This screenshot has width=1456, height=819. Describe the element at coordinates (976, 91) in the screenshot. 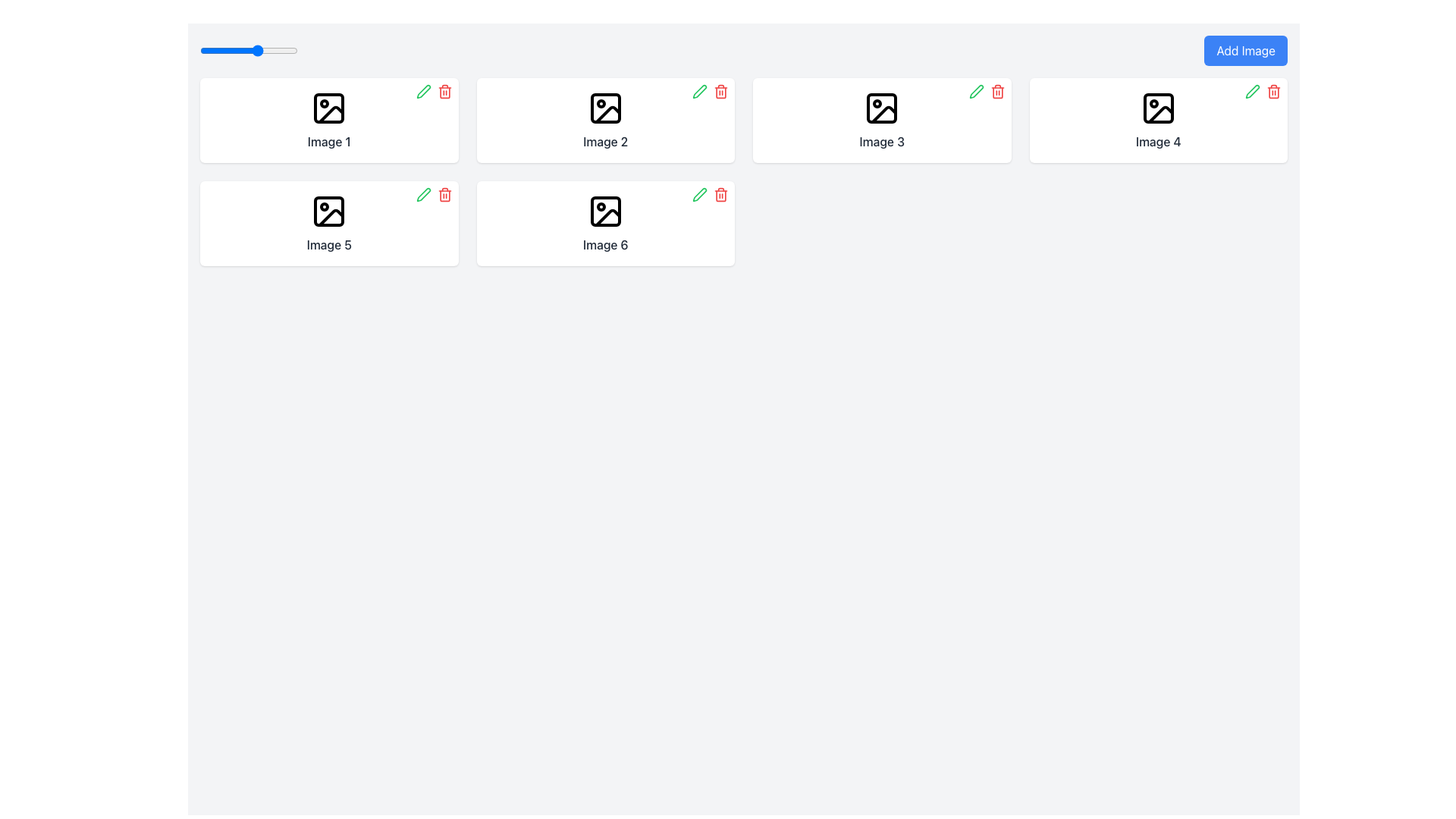

I see `the edit icon, which is the leftmost icon in the flex arrangement of action buttons located at the top-right corner of each image card, to initiate editing` at that location.